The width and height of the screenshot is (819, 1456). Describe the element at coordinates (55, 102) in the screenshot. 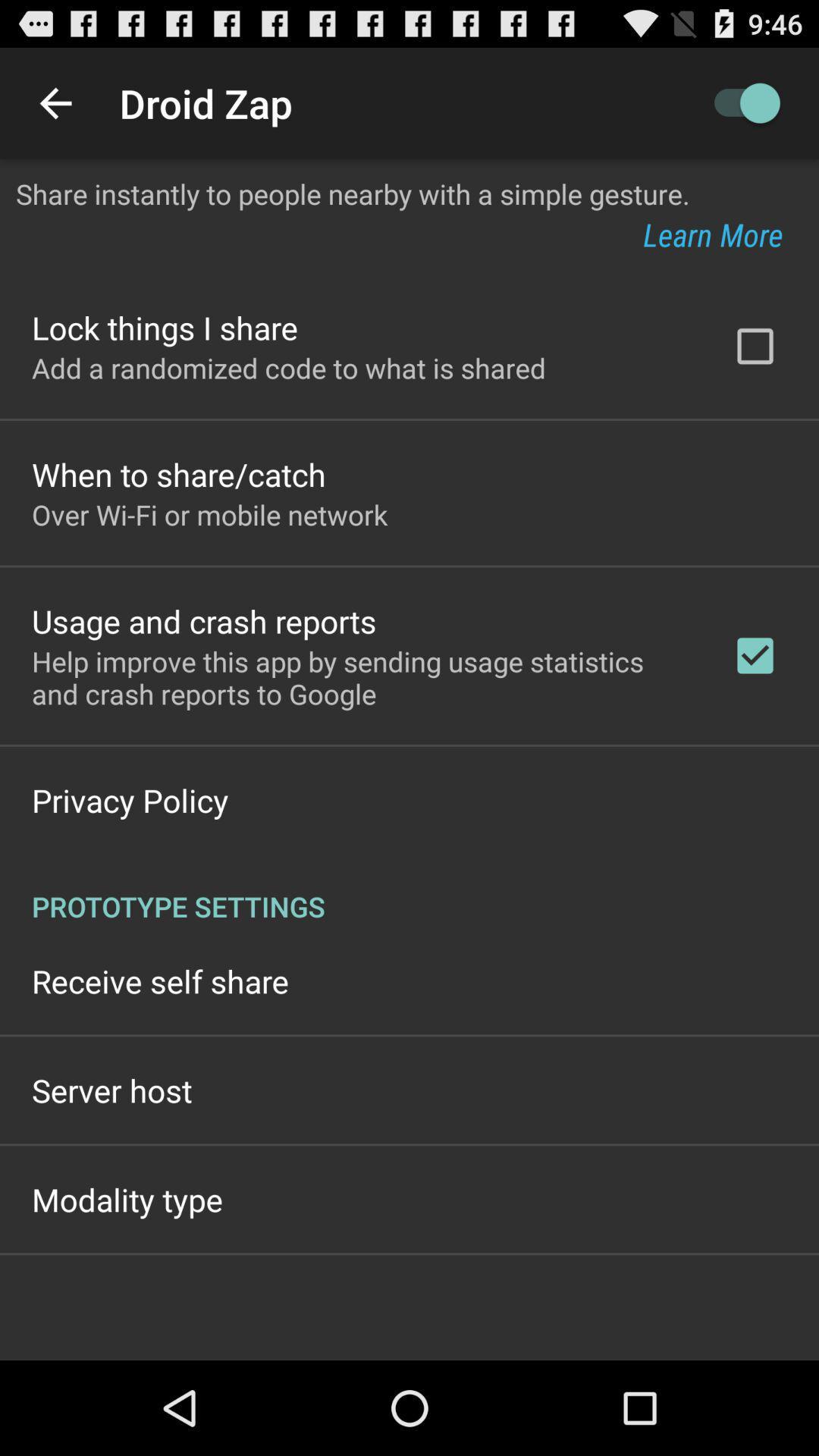

I see `app to the left of droid zap` at that location.